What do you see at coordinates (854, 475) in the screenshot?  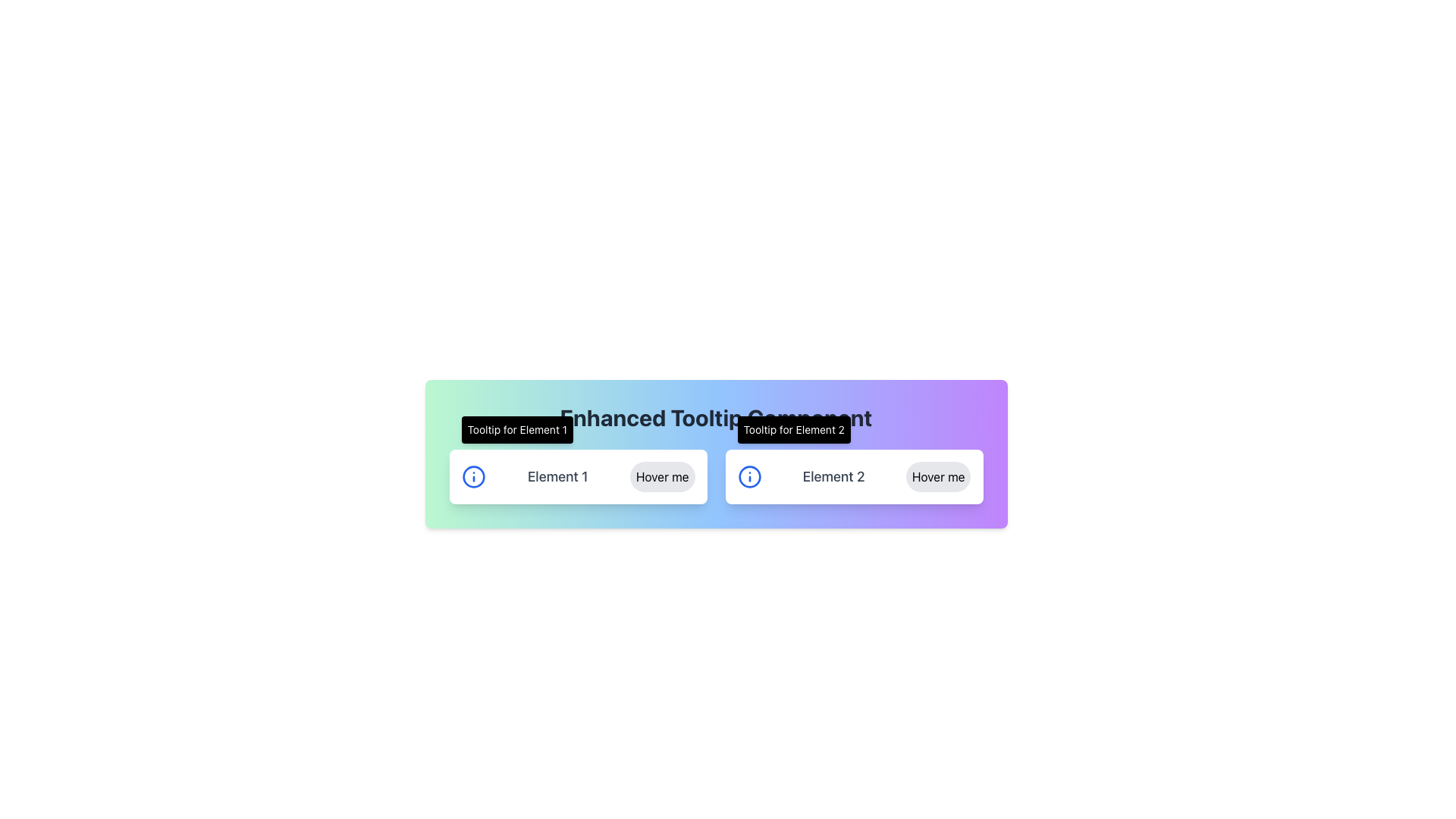 I see `the interactive button in the Composite component that presents information about 'Element 2'` at bounding box center [854, 475].